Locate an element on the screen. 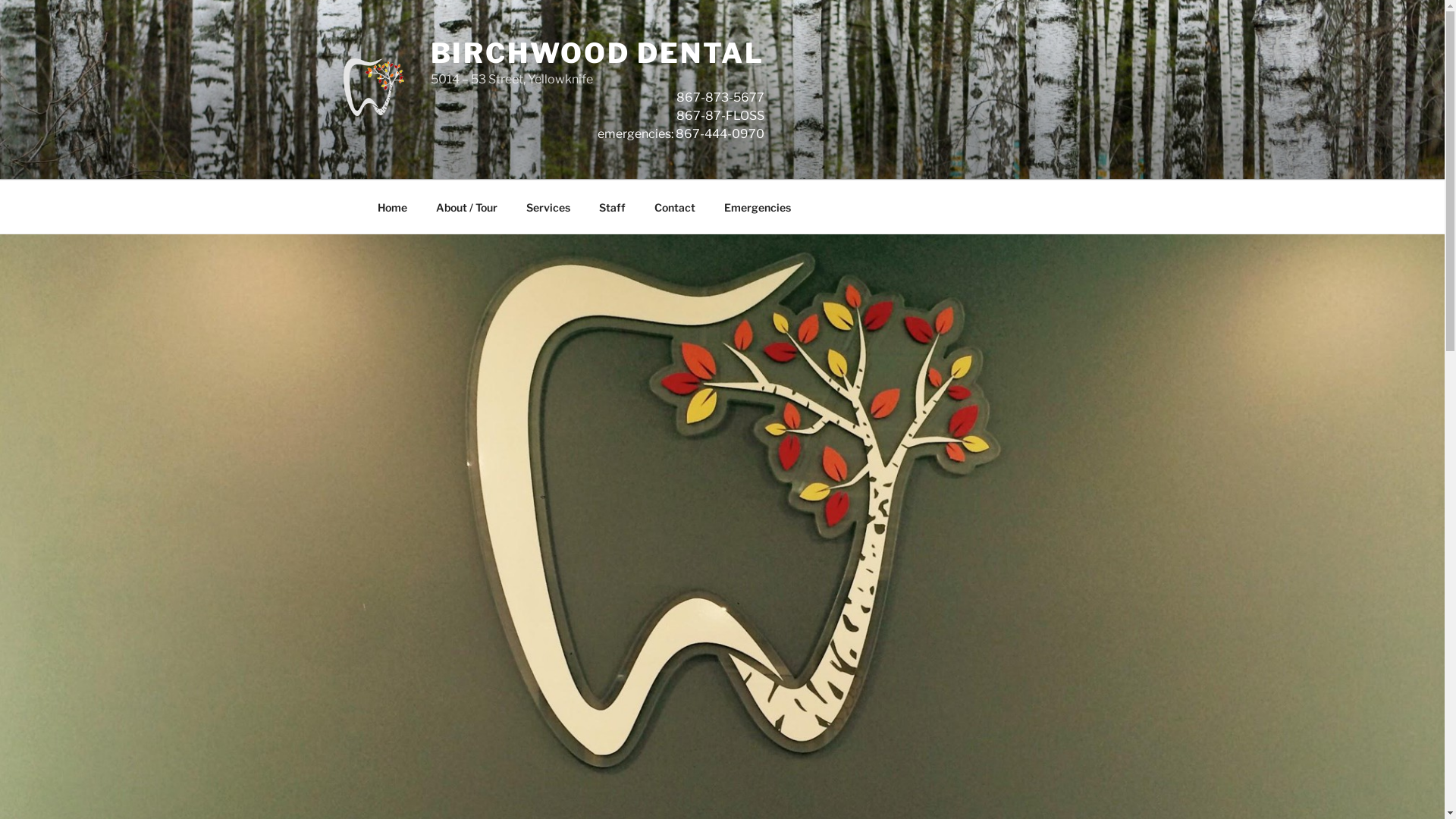  'Skip to content' is located at coordinates (0, 0).